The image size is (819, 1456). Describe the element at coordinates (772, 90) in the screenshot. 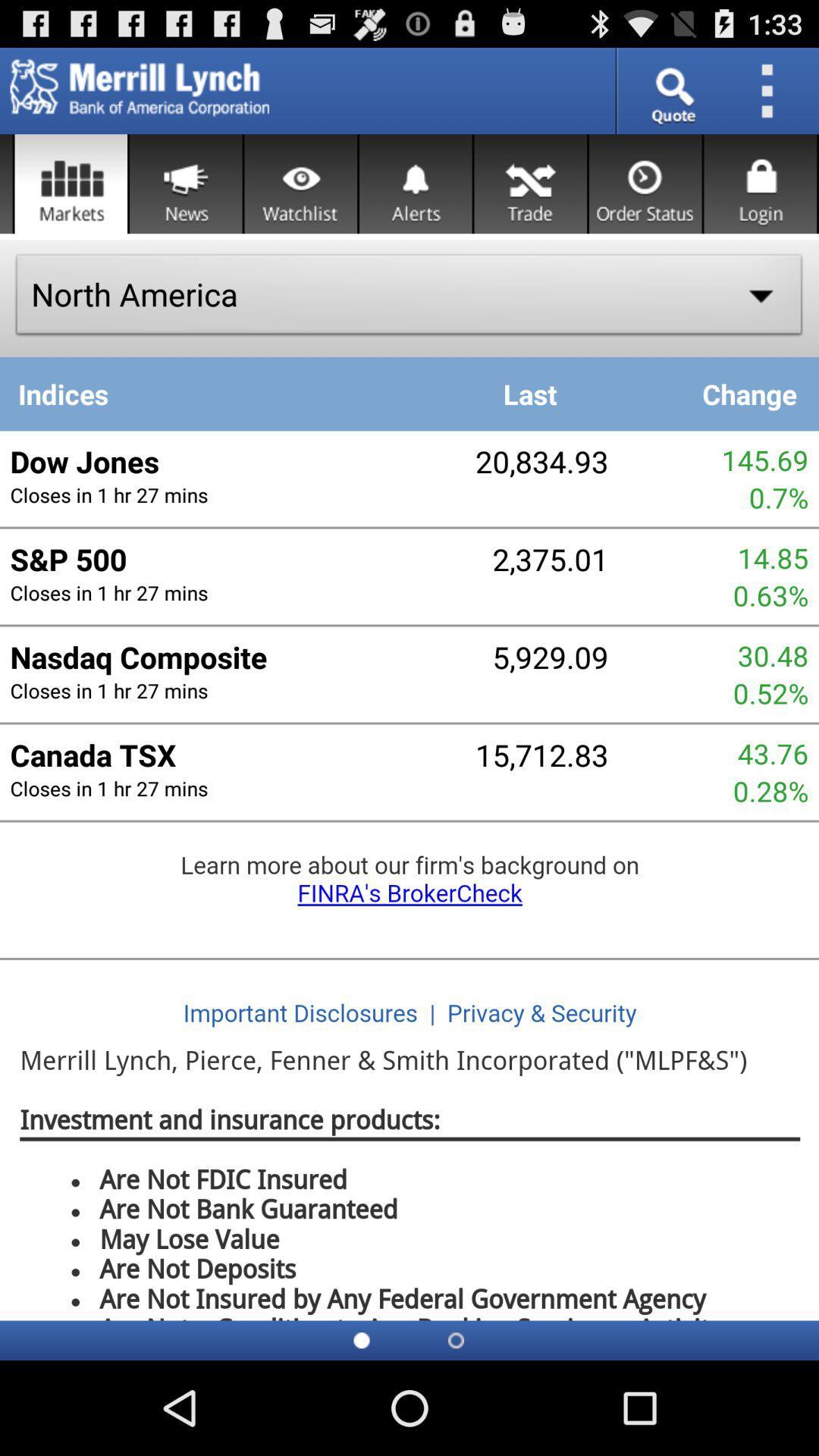

I see `settings` at that location.